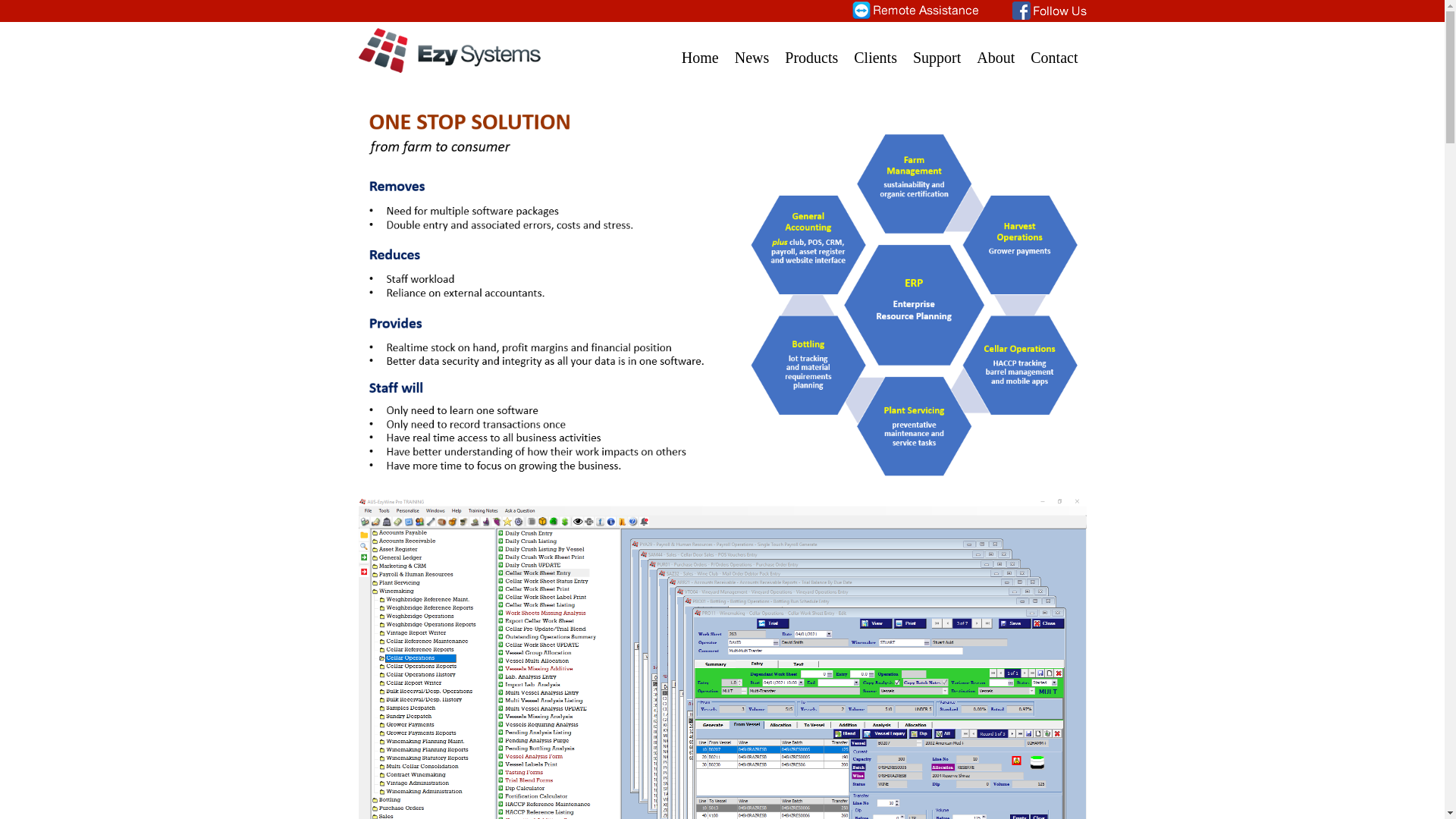  What do you see at coordinates (936, 48) in the screenshot?
I see `'Support'` at bounding box center [936, 48].